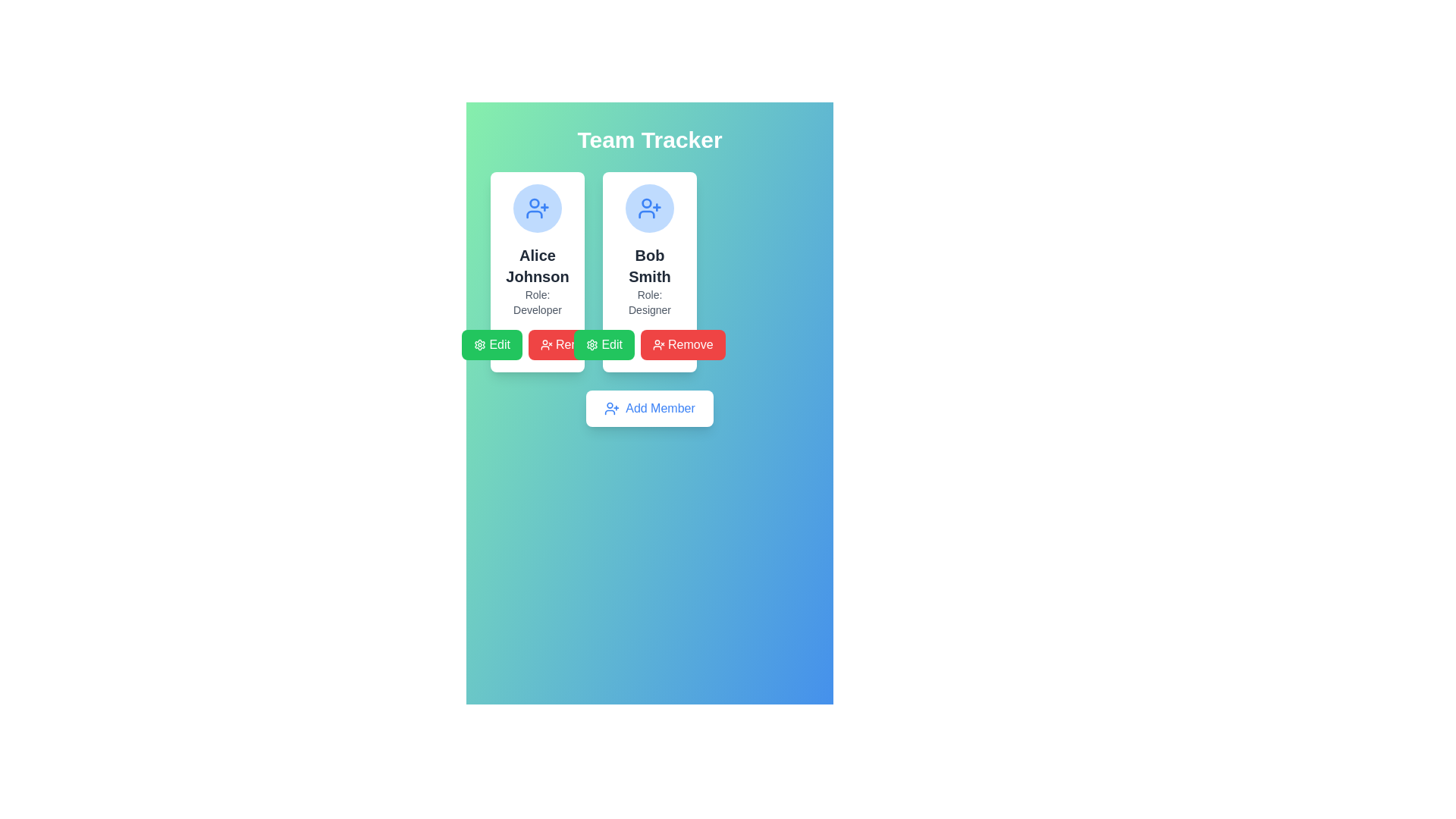 Image resolution: width=1456 pixels, height=819 pixels. I want to click on the text label that displays the name of a person, which is centrally located in the first white card, above the text 'Role: Developer' and below a circular icon, so click(538, 265).